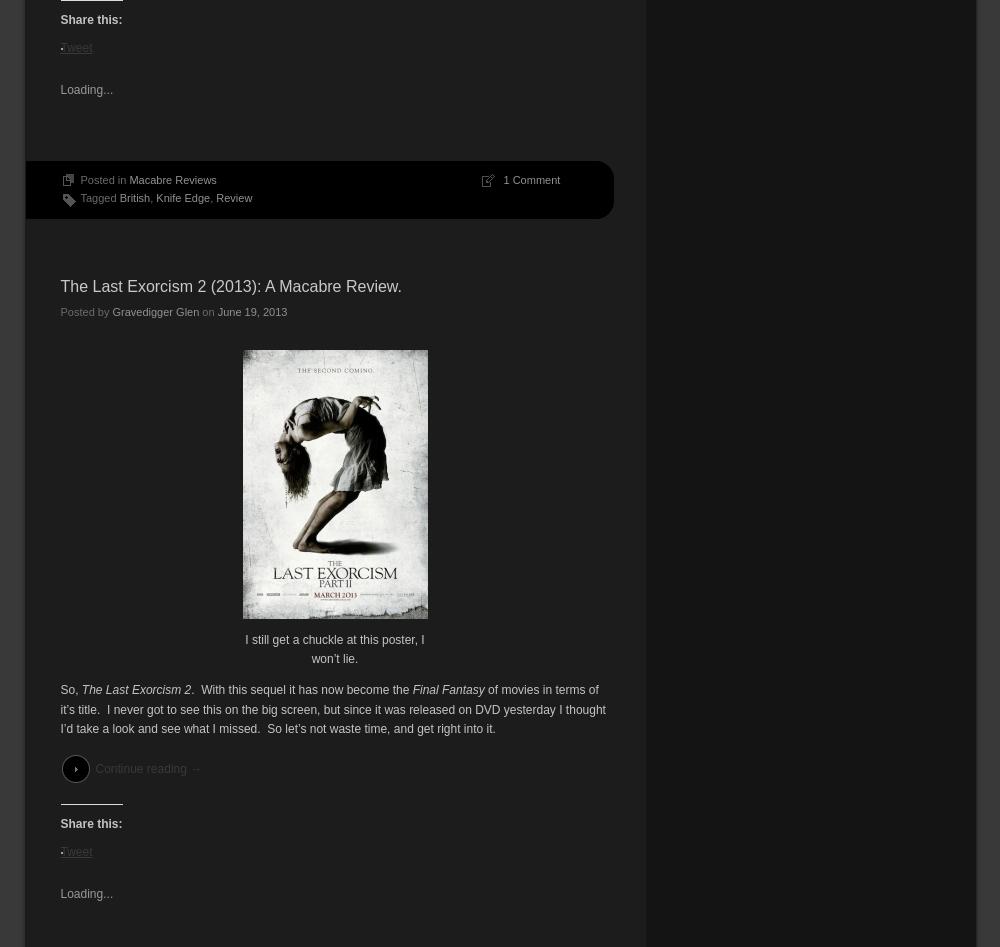 This screenshot has width=1000, height=947. What do you see at coordinates (447, 688) in the screenshot?
I see `'Final Fantasy'` at bounding box center [447, 688].